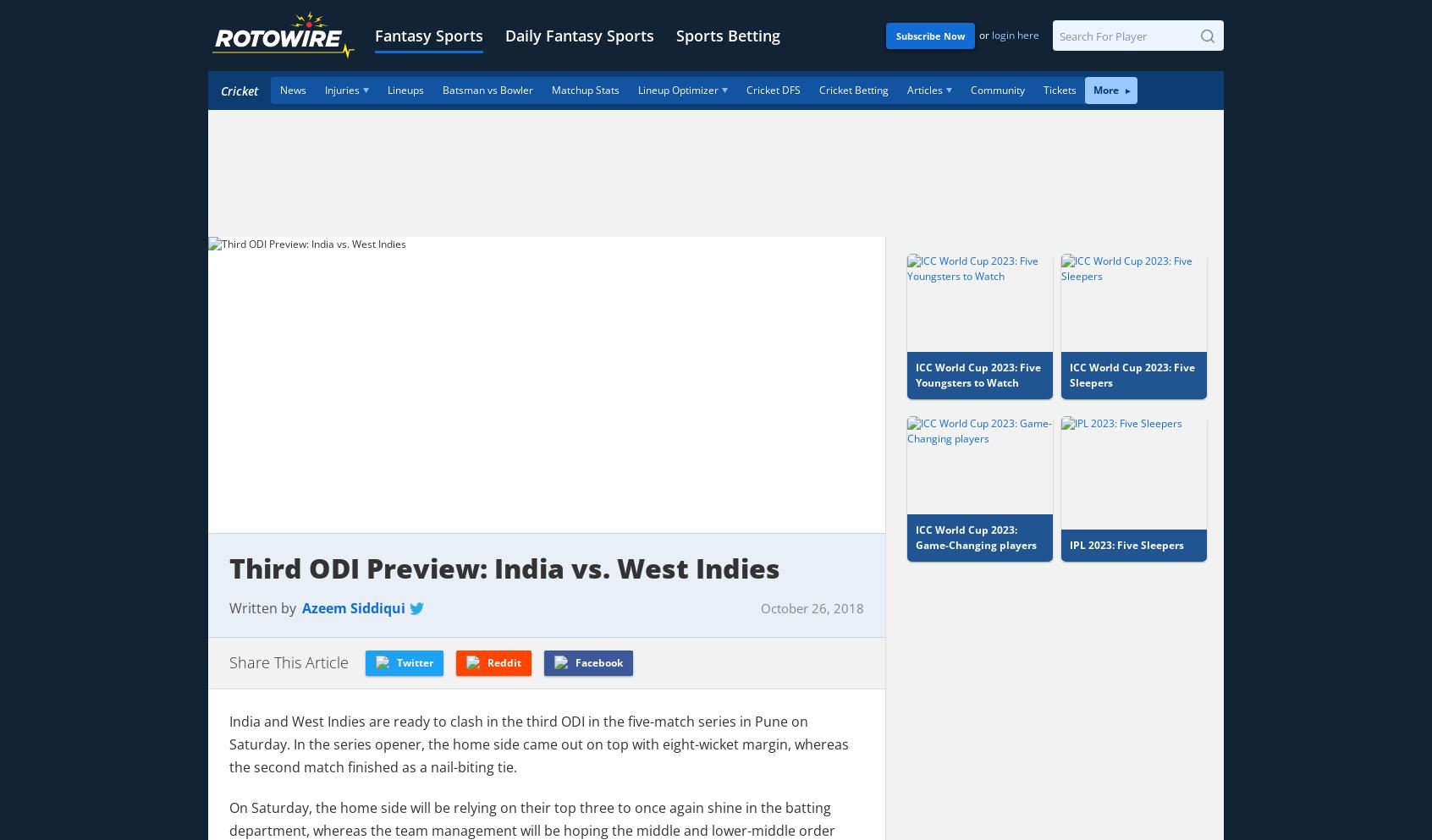  I want to click on 'India and West Indies are ready to clash in the third ODI in the five-match series in Pune on Saturday. In the series opener, the home side came out on top with eight-wicket margin, whereas the second match finished as a nail-biting tie.', so click(539, 744).